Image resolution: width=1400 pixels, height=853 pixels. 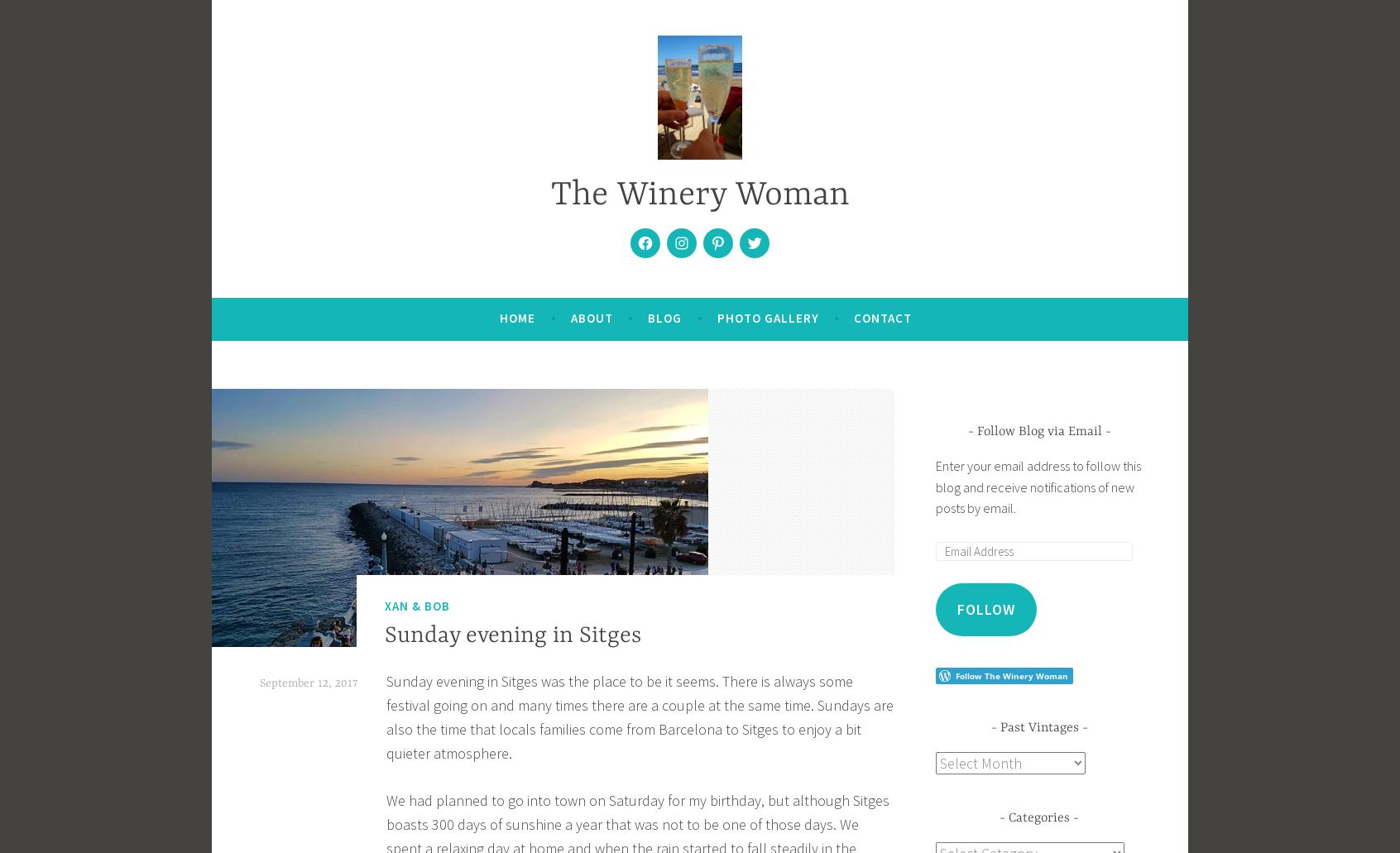 I want to click on 'Xan & Bob', so click(x=417, y=604).